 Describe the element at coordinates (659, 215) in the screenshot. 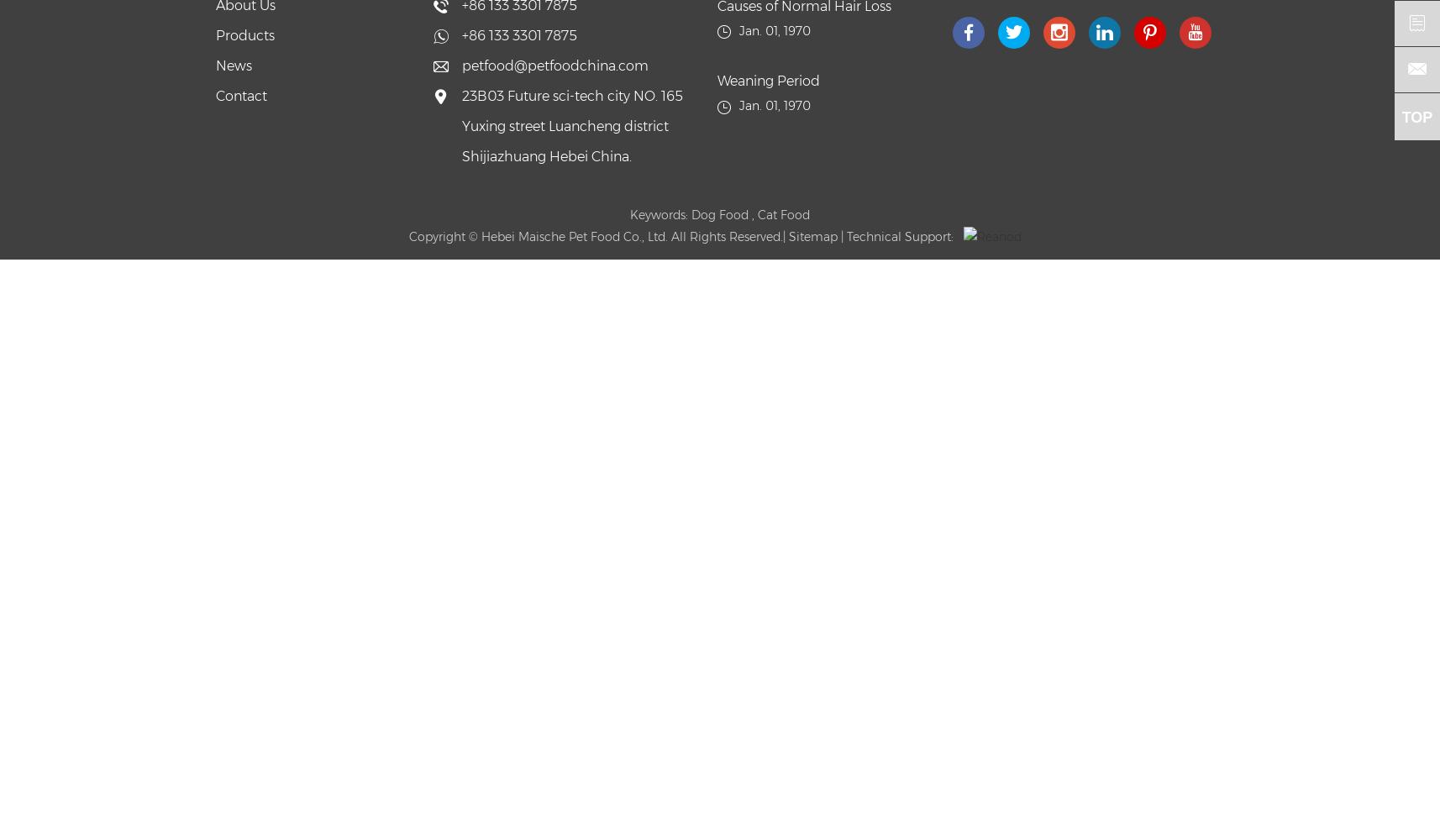

I see `'Keywords:'` at that location.